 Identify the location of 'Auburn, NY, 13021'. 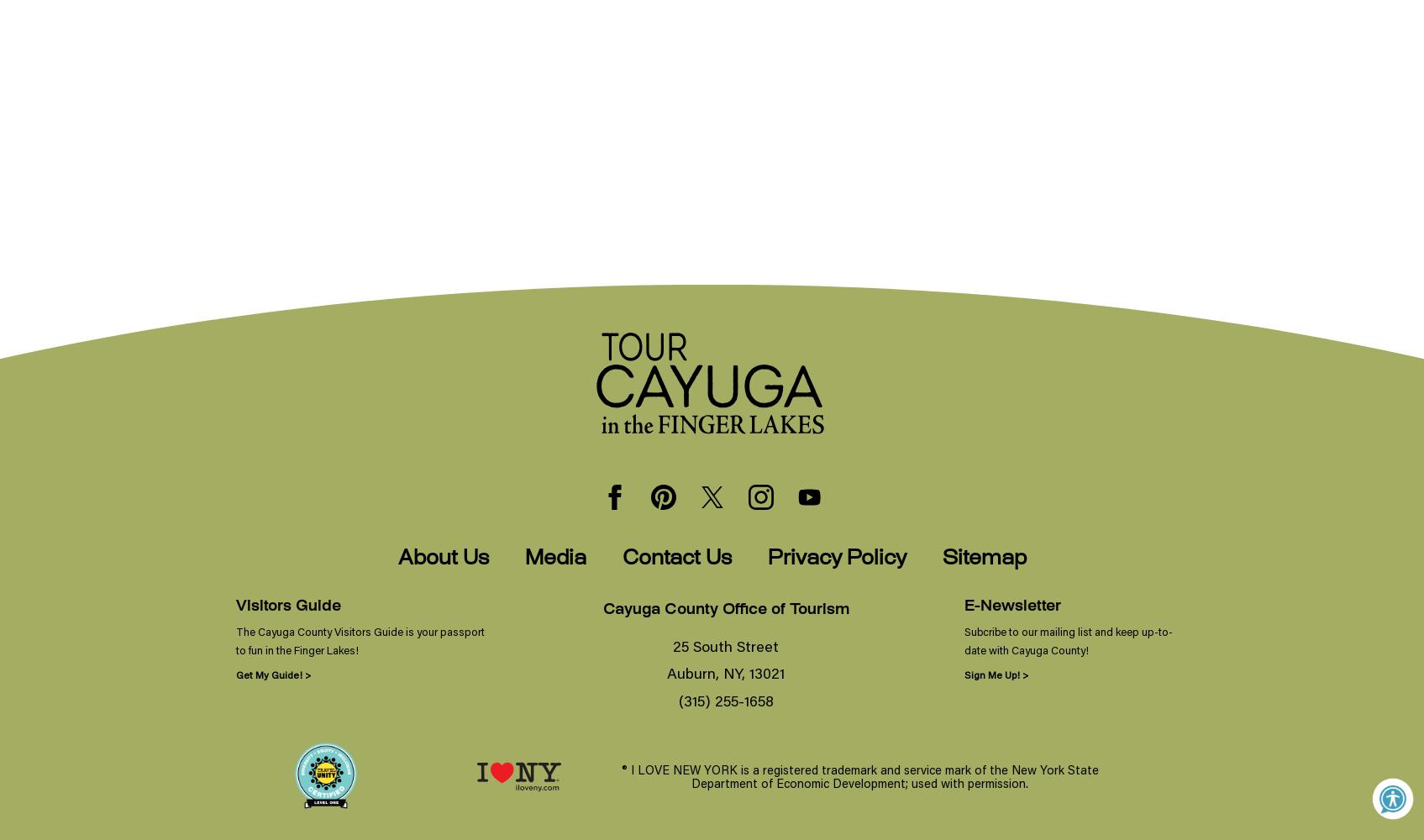
(666, 673).